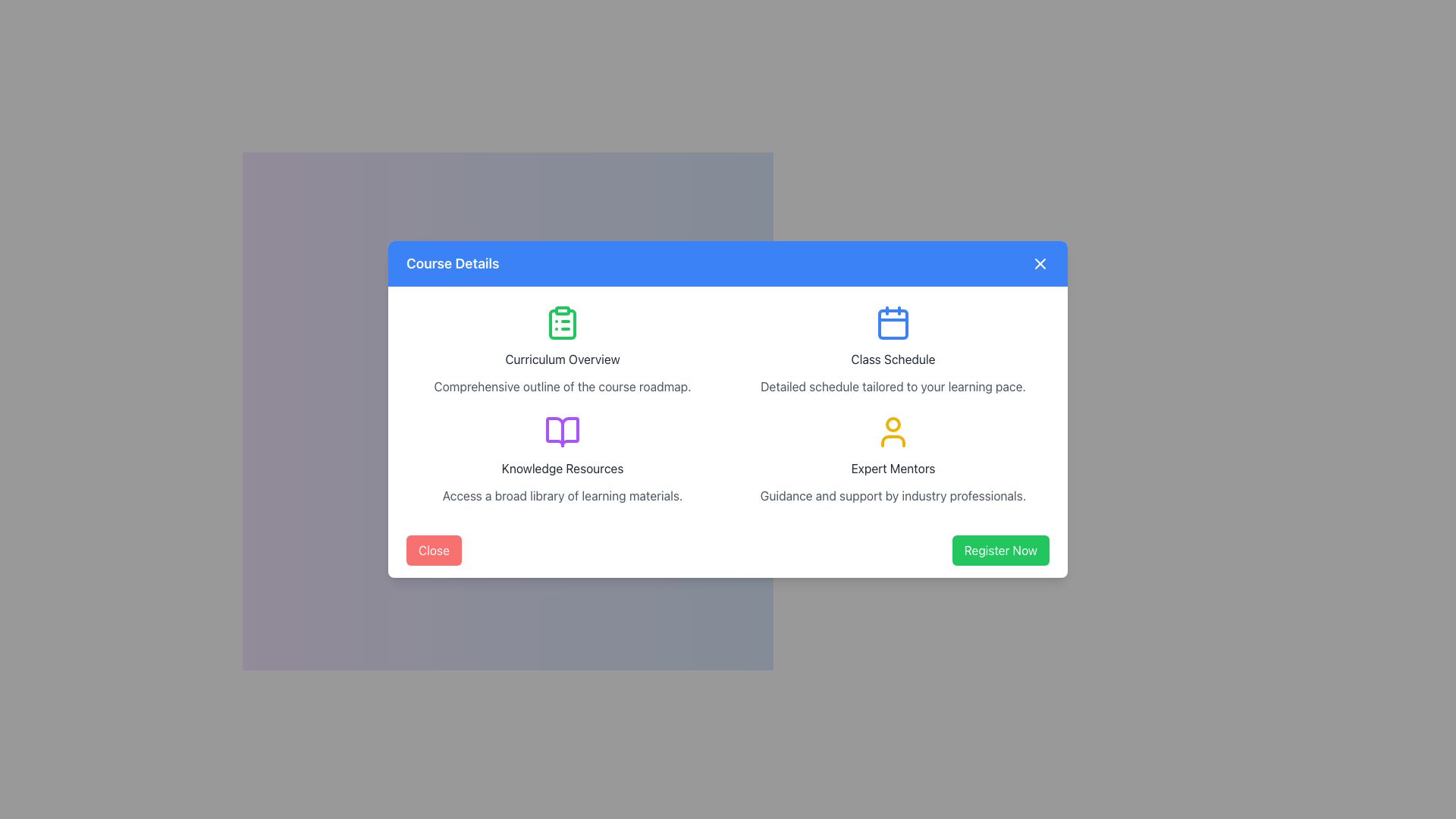  I want to click on the Decorative Icon, which is a user icon with a yellow outline located at the top center of the 'Expert Mentors' section, so click(893, 432).